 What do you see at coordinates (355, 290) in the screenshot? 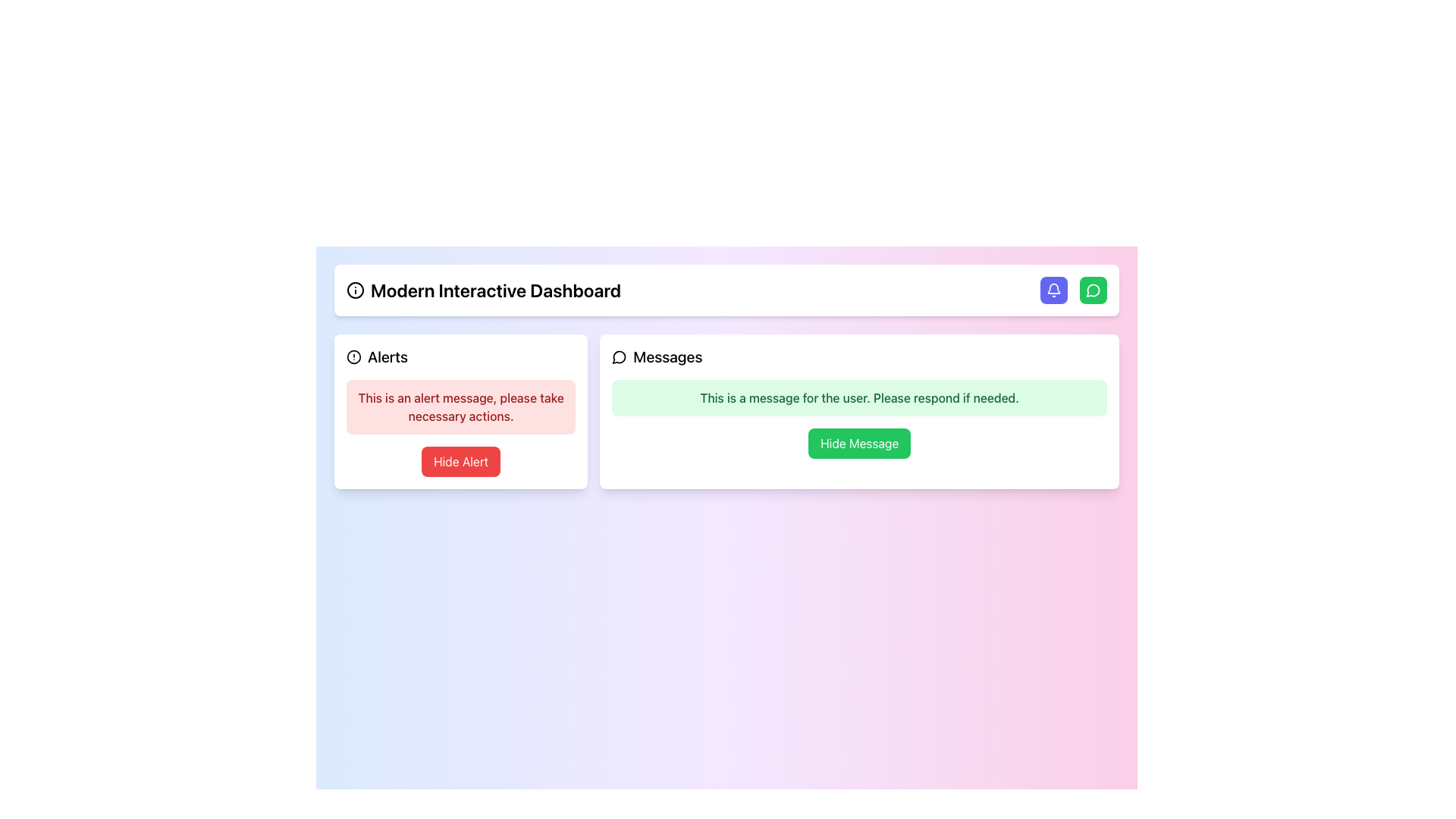
I see `the info or help icon located to the left of the title 'Modern Interactive Dashboard', which is a circular icon with an outlined border` at bounding box center [355, 290].